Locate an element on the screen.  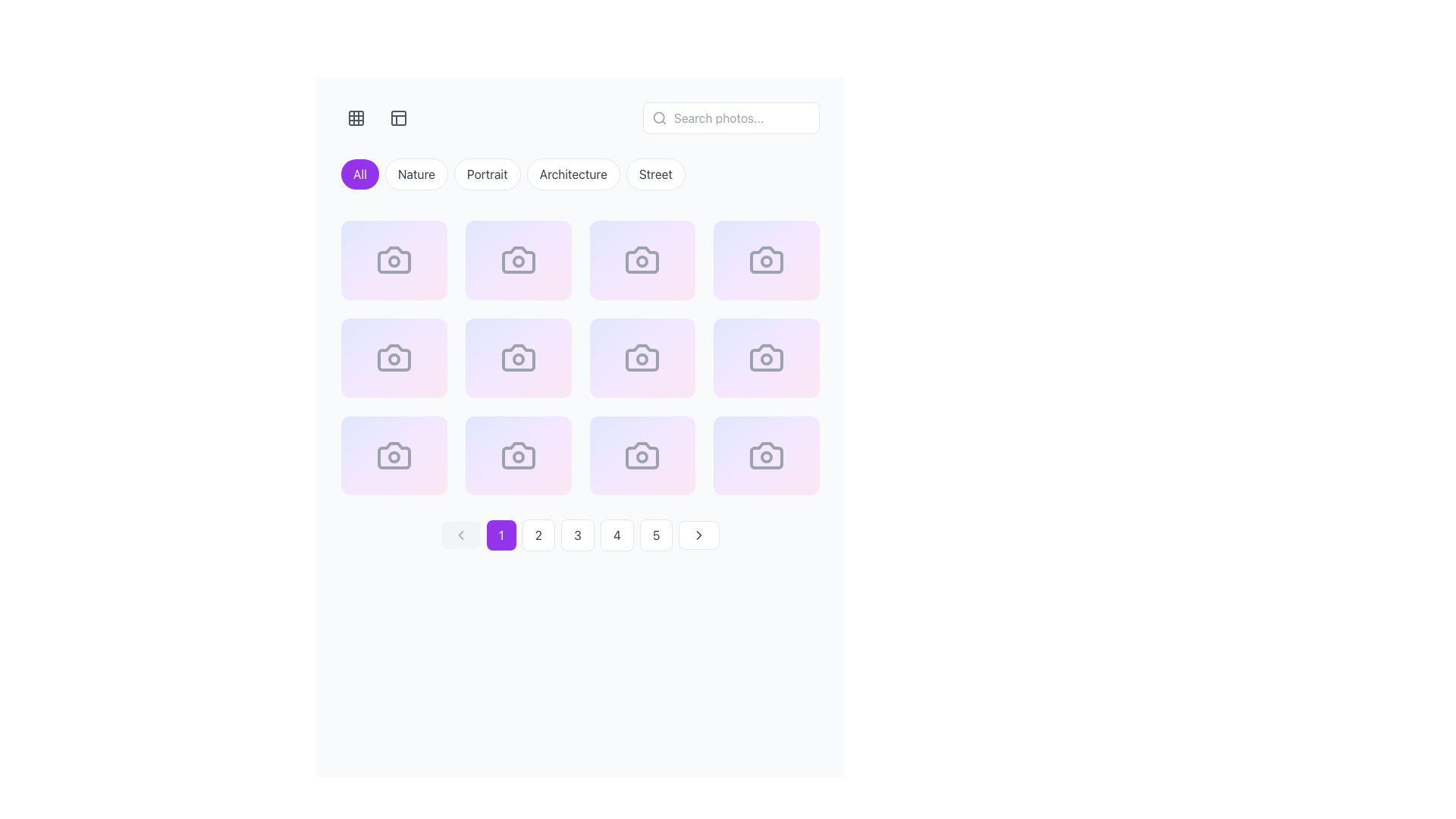
the camera icon, which is a rounded rectangular shape with a protruding viewfinder, located in the third column of the second row in a grid layout is located at coordinates (518, 358).